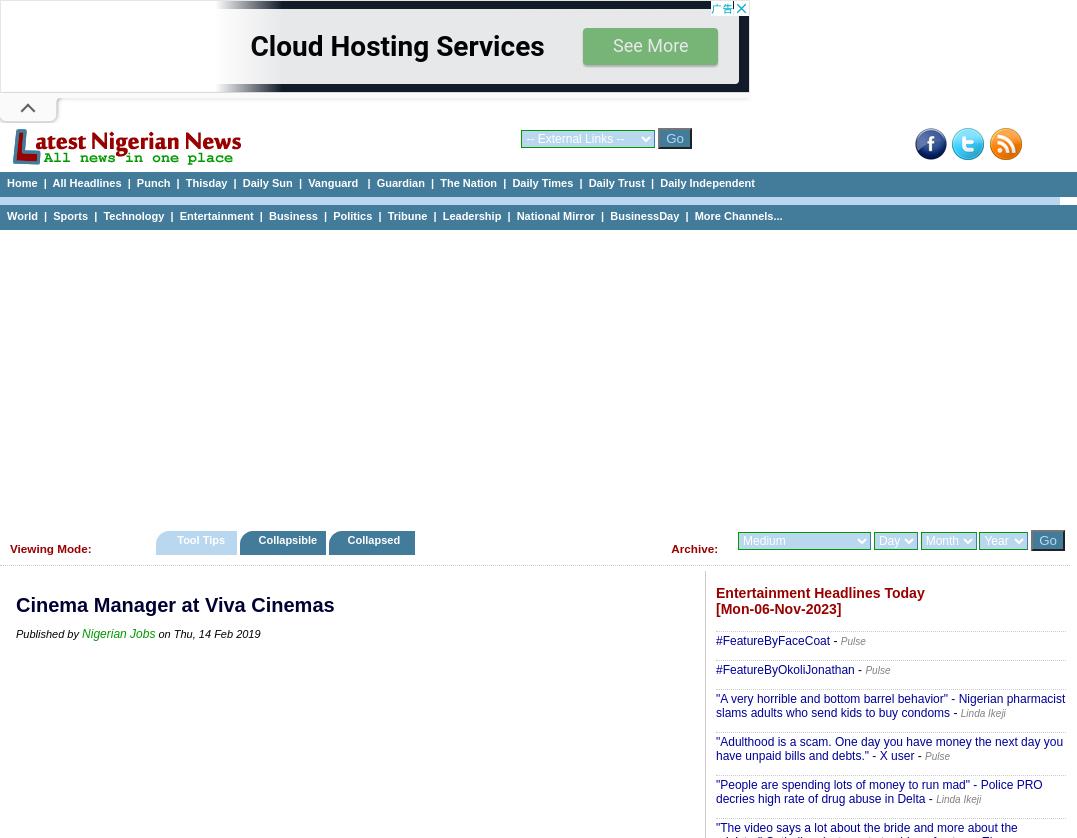 The height and width of the screenshot is (838, 1077). I want to click on 'Daily Independent', so click(659, 183).